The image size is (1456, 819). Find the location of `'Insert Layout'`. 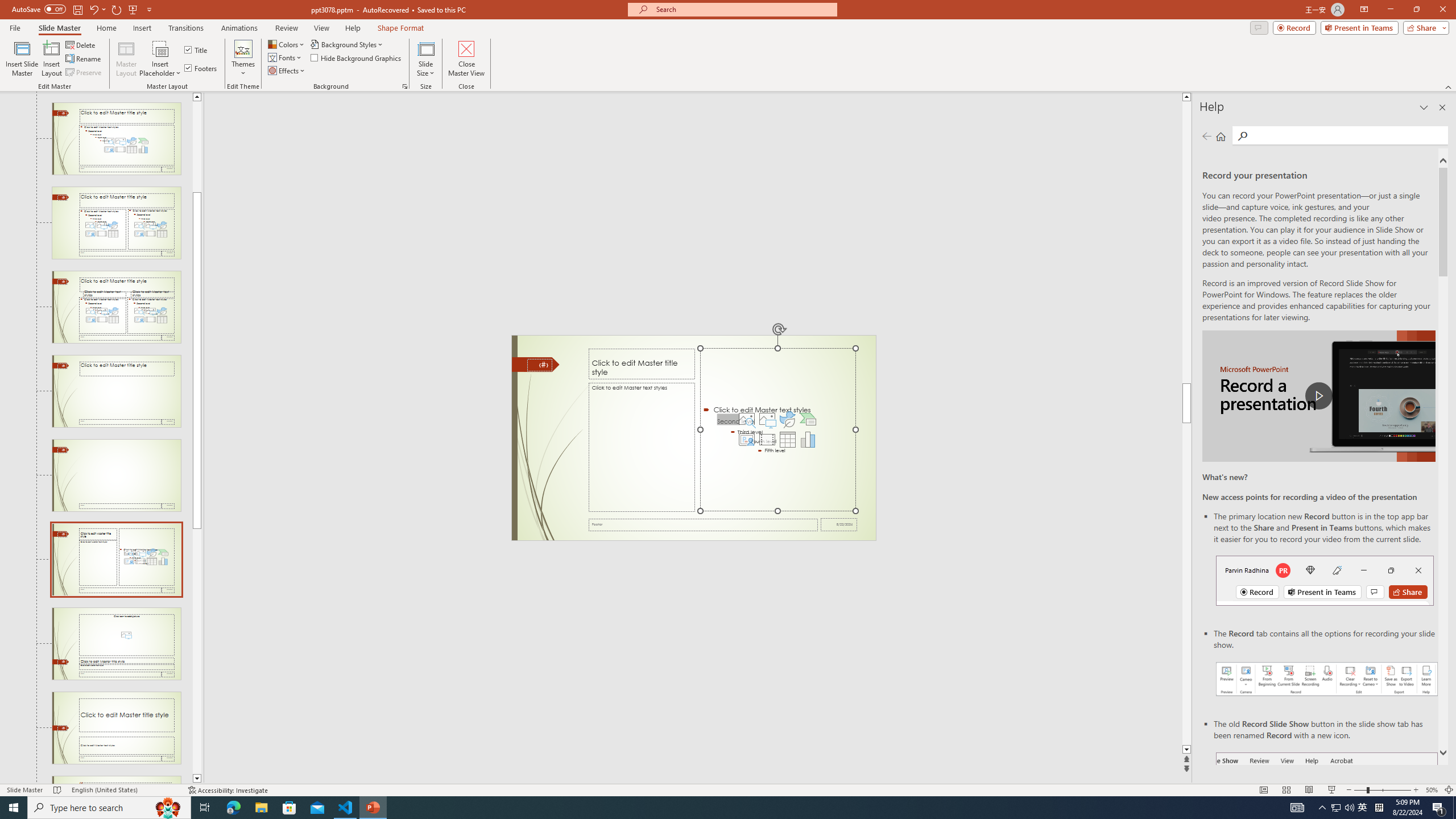

'Insert Layout' is located at coordinates (51, 59).